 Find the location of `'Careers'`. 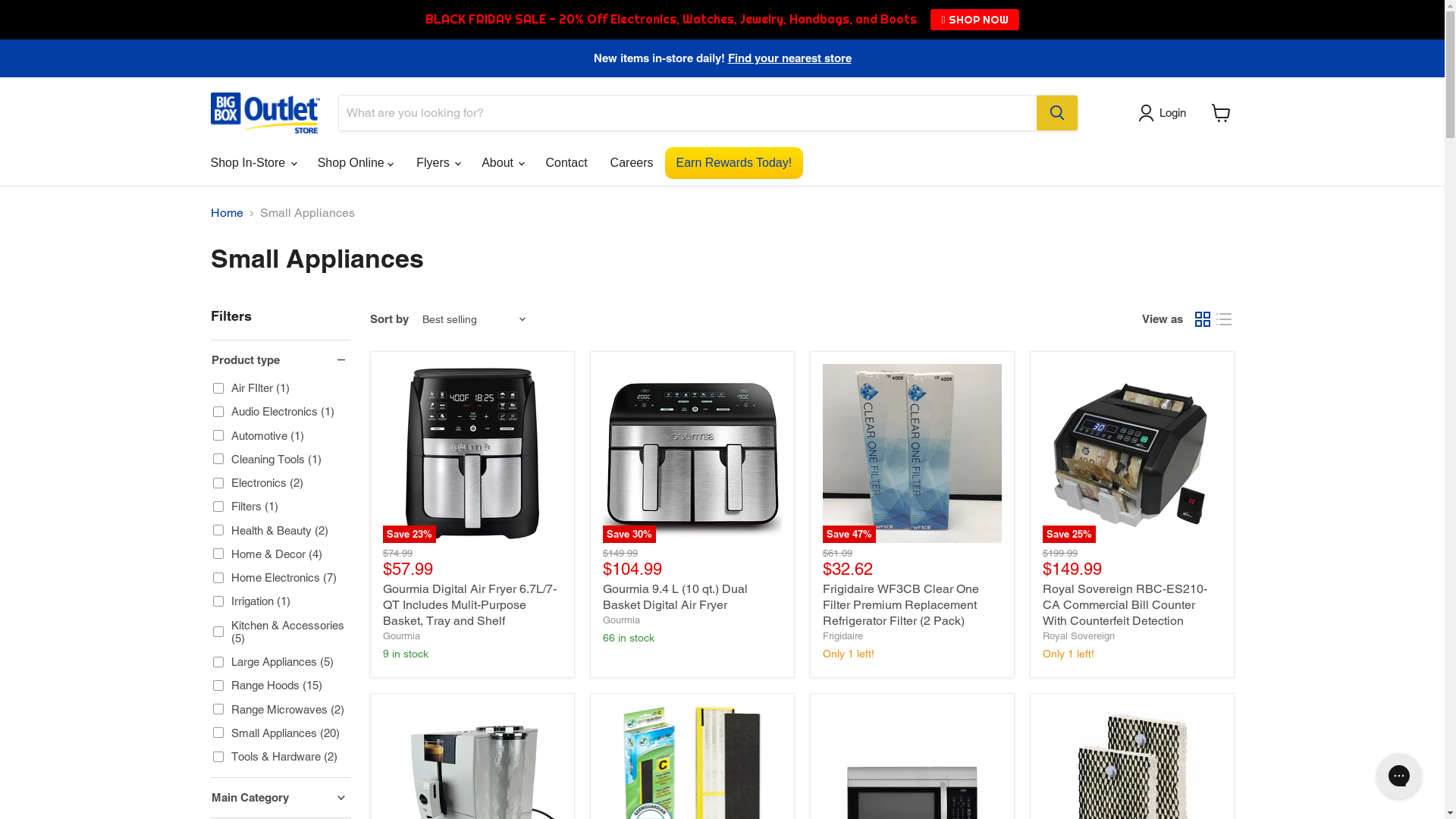

'Careers' is located at coordinates (632, 163).